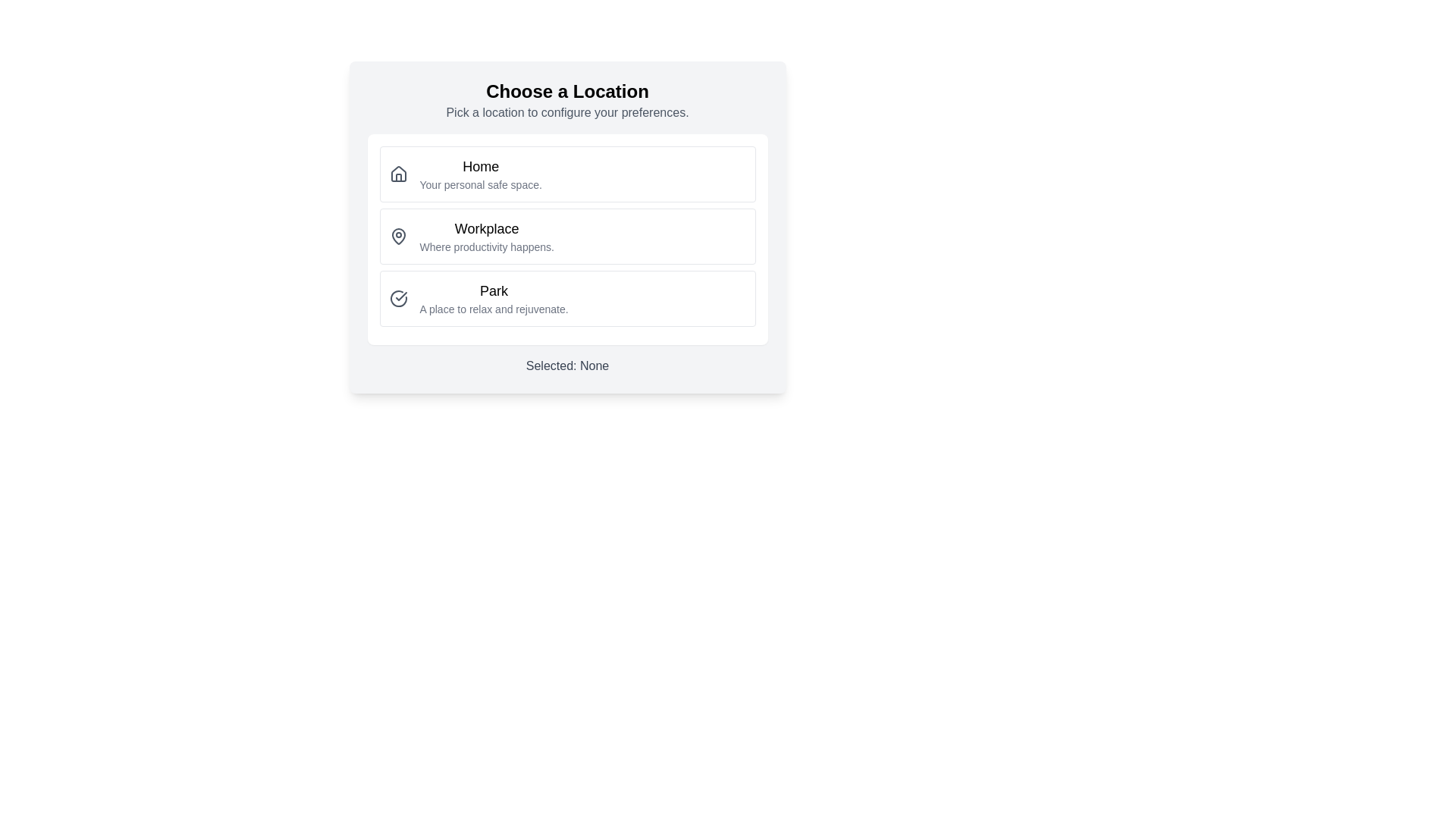 This screenshot has height=819, width=1456. I want to click on the circular icon indicating the 'Park' option to trigger a tooltip or highlight effect, so click(400, 296).